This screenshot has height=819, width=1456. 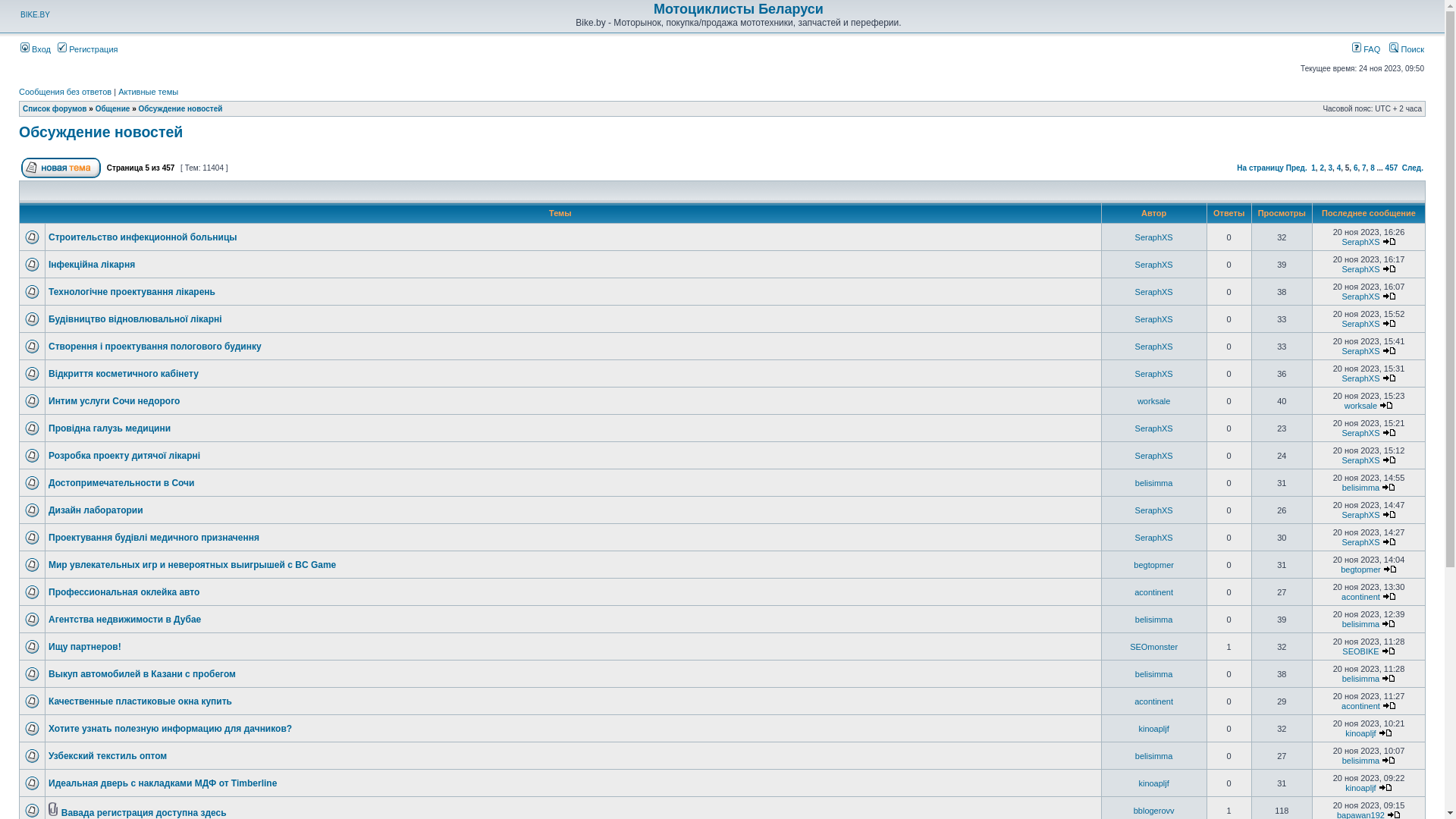 What do you see at coordinates (1153, 237) in the screenshot?
I see `'SeraphXS'` at bounding box center [1153, 237].